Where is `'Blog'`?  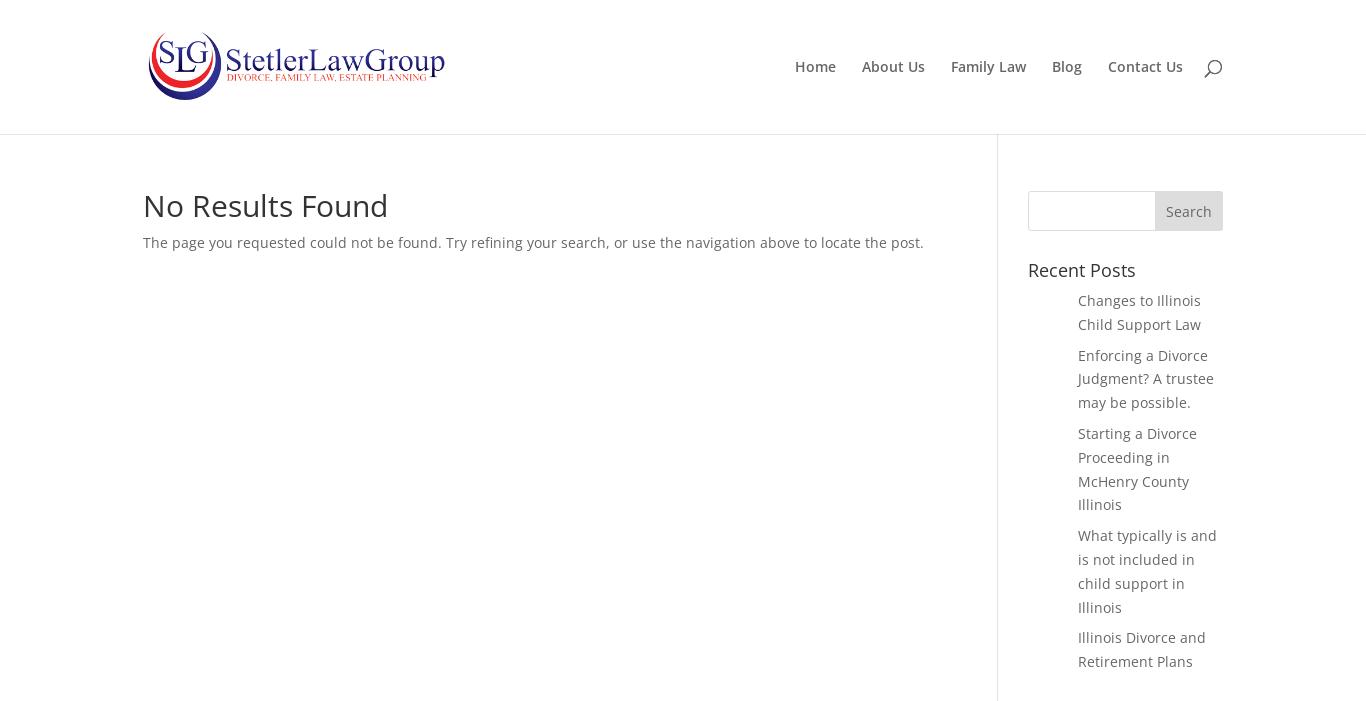 'Blog' is located at coordinates (1050, 65).